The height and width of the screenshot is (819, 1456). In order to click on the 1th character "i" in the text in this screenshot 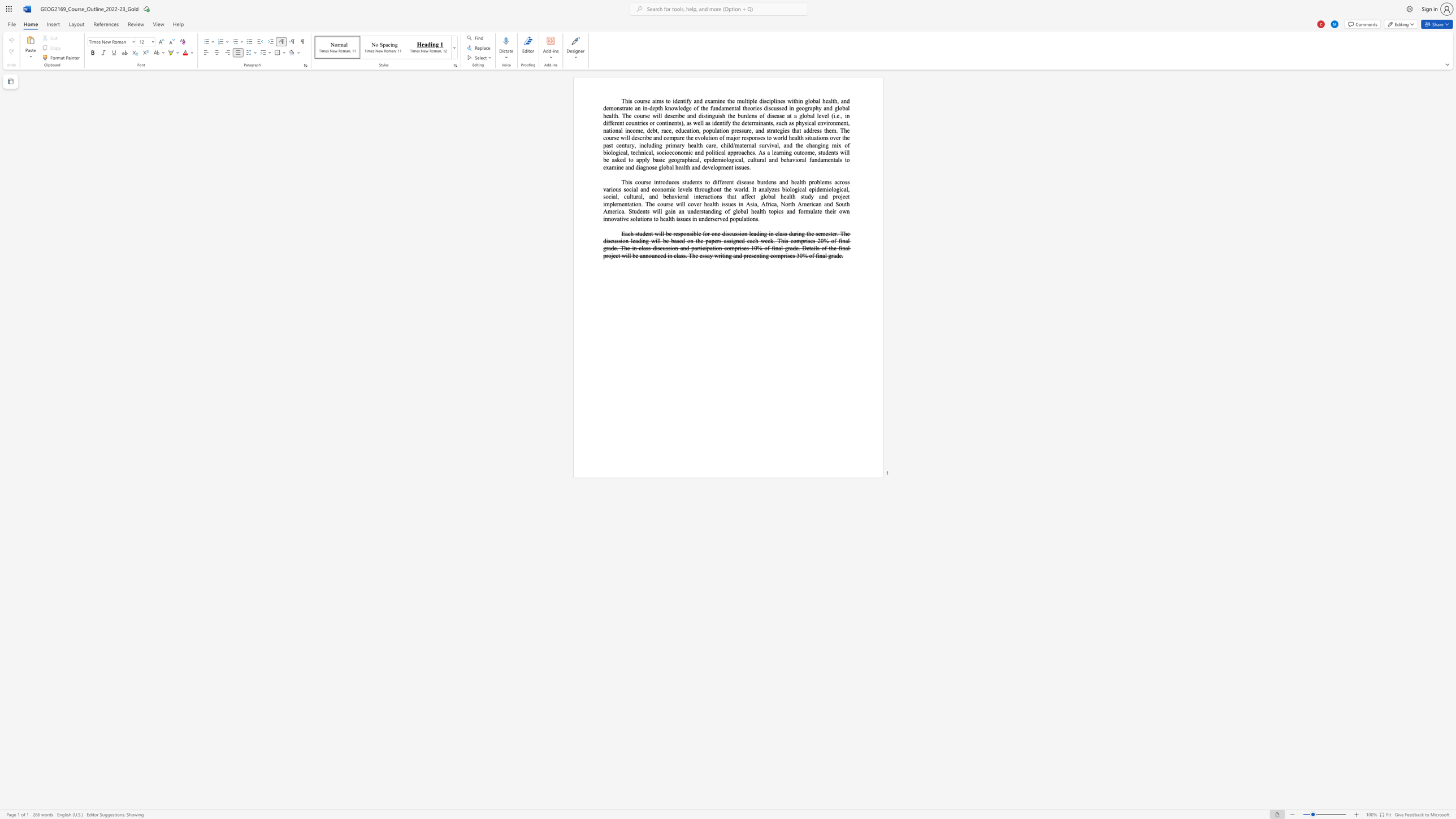, I will do `click(785, 153)`.